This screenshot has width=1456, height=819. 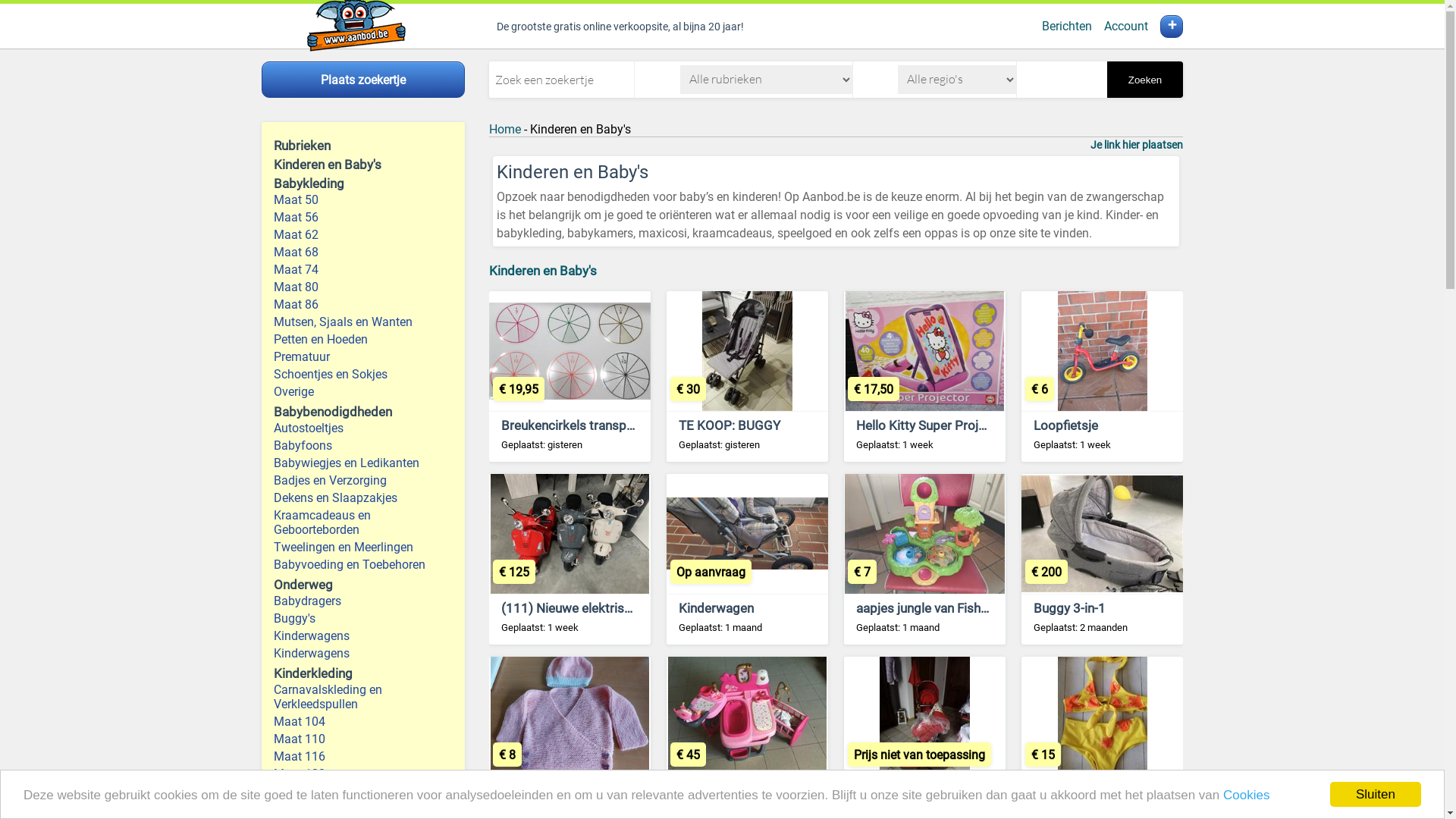 I want to click on 'Carnavalskleding en Verkleedspullen', so click(x=362, y=696).